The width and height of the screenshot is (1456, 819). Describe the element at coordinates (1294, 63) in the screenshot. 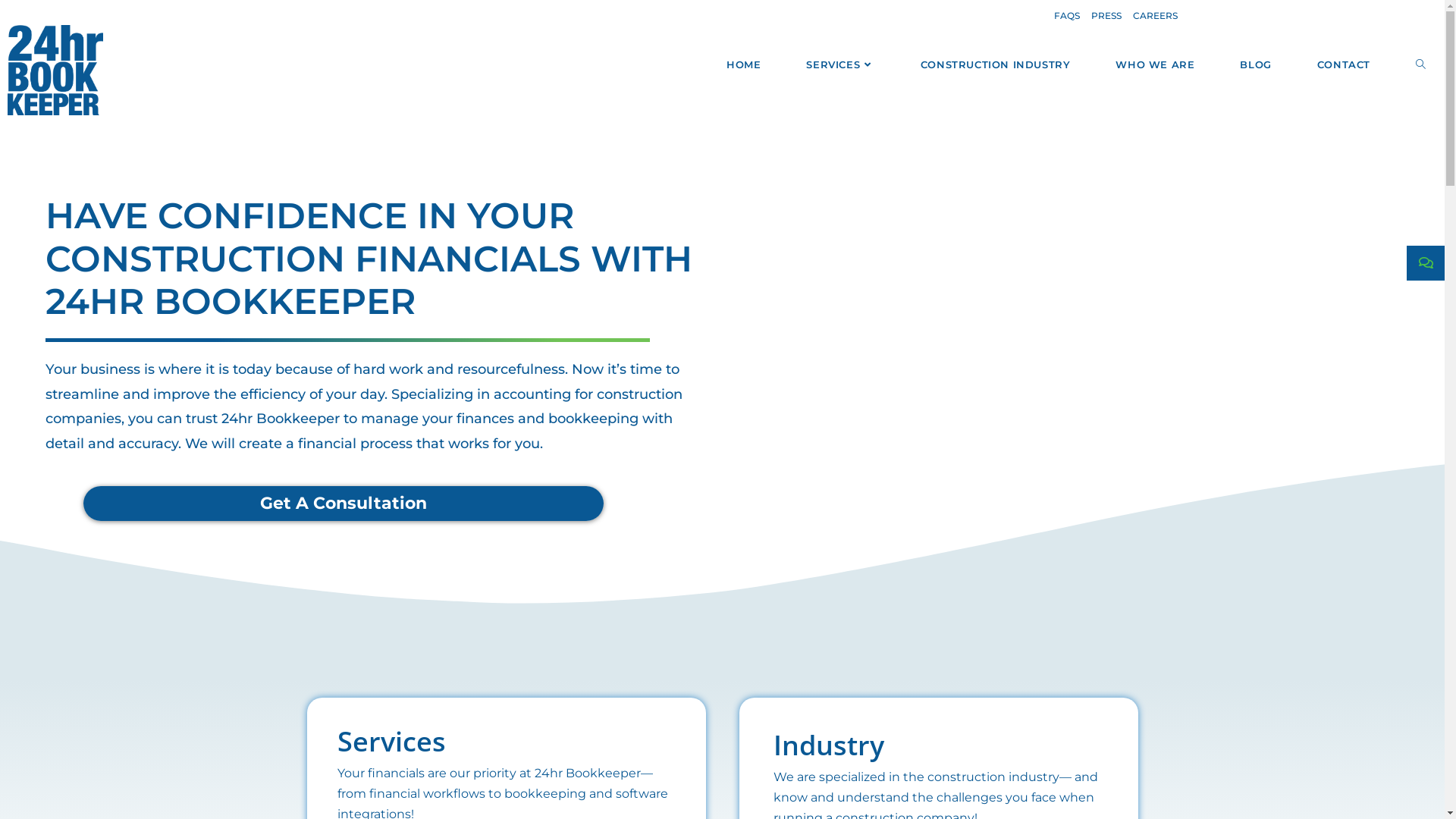

I see `'CONTACT'` at that location.